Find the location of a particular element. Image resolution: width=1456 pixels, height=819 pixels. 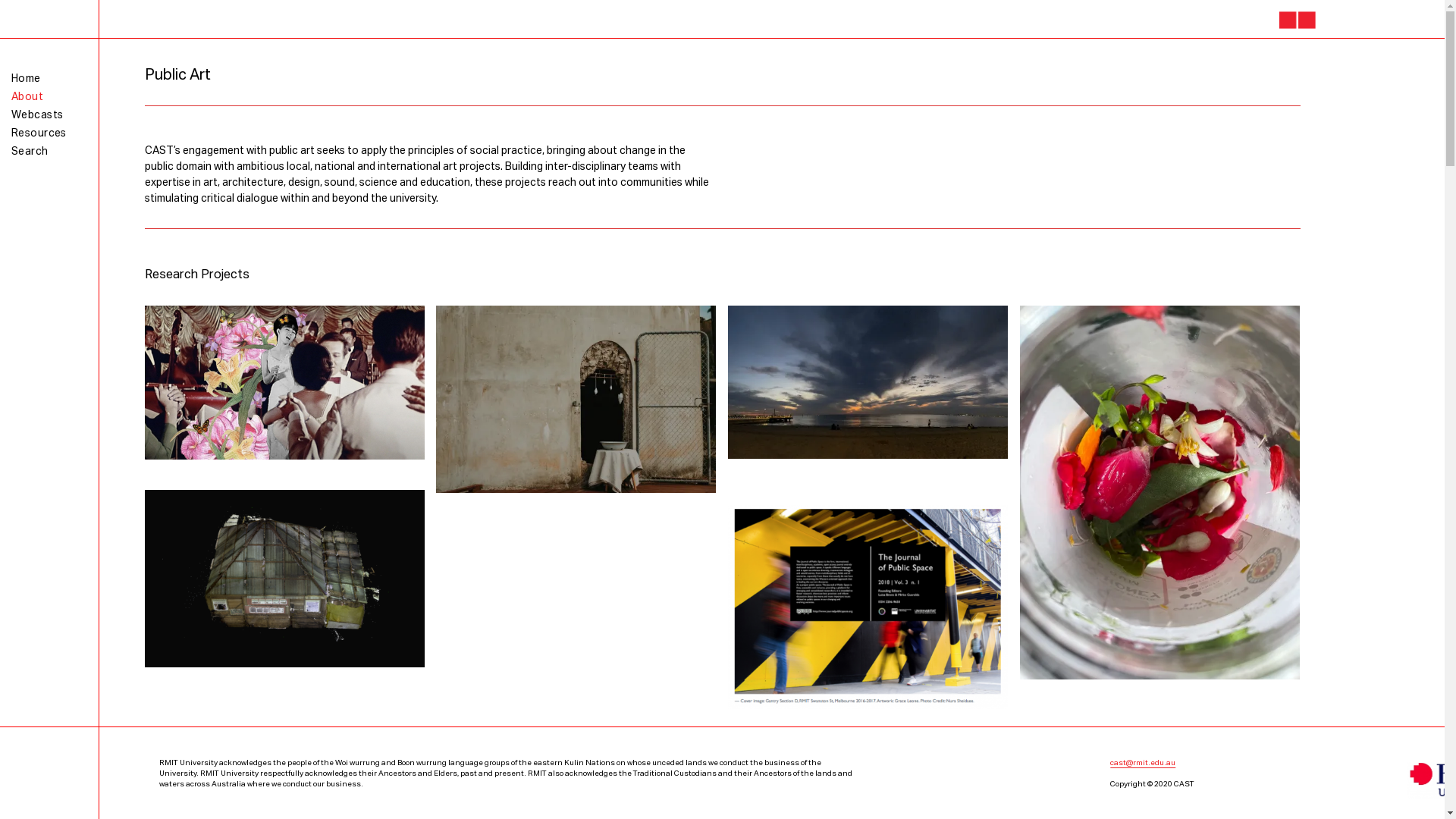

'Home' is located at coordinates (26, 79).